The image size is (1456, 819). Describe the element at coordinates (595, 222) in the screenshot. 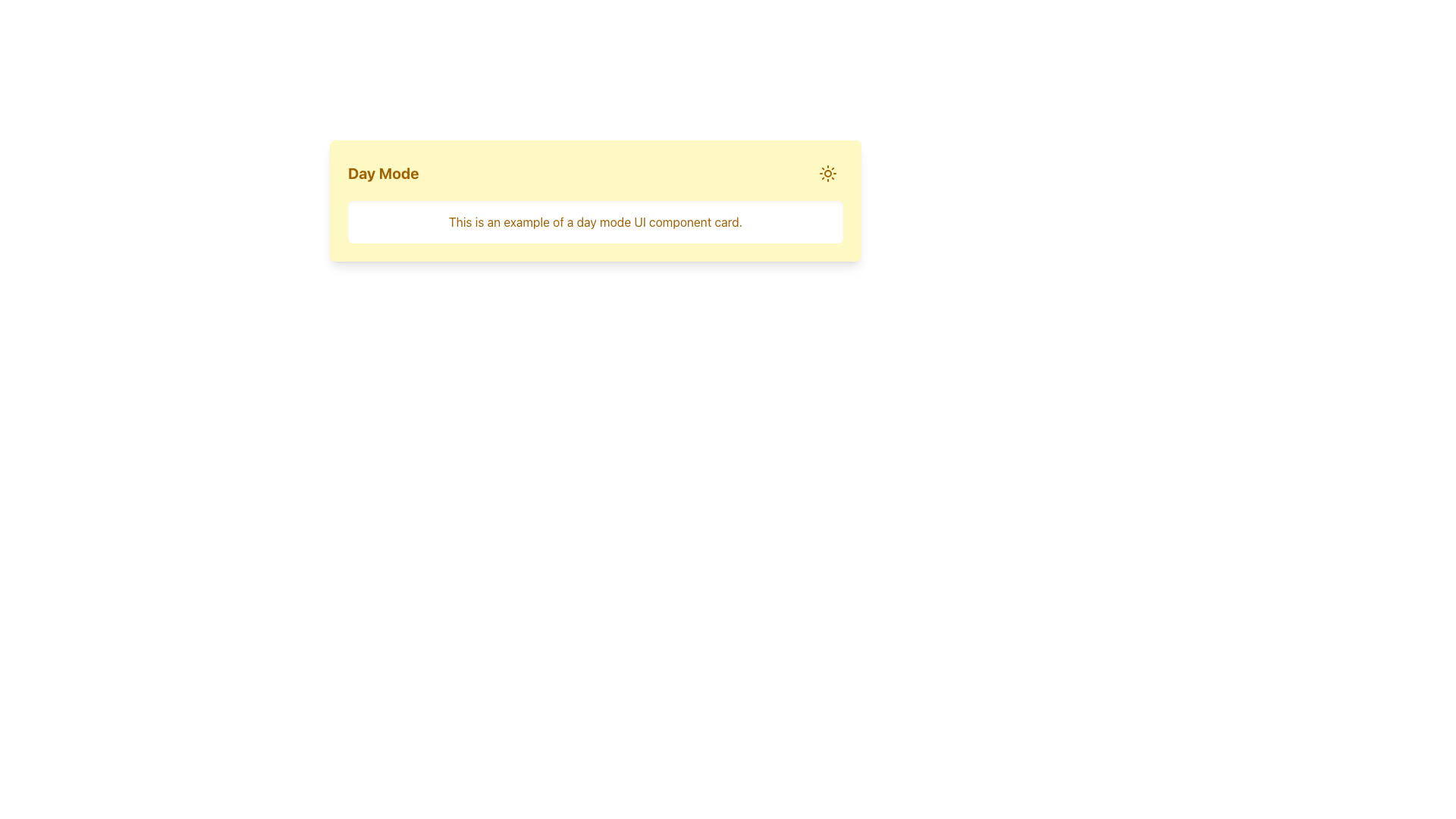

I see `text of the Static Informational Text element located below the 'Day Mode' heading within the card that has a yellow background` at that location.